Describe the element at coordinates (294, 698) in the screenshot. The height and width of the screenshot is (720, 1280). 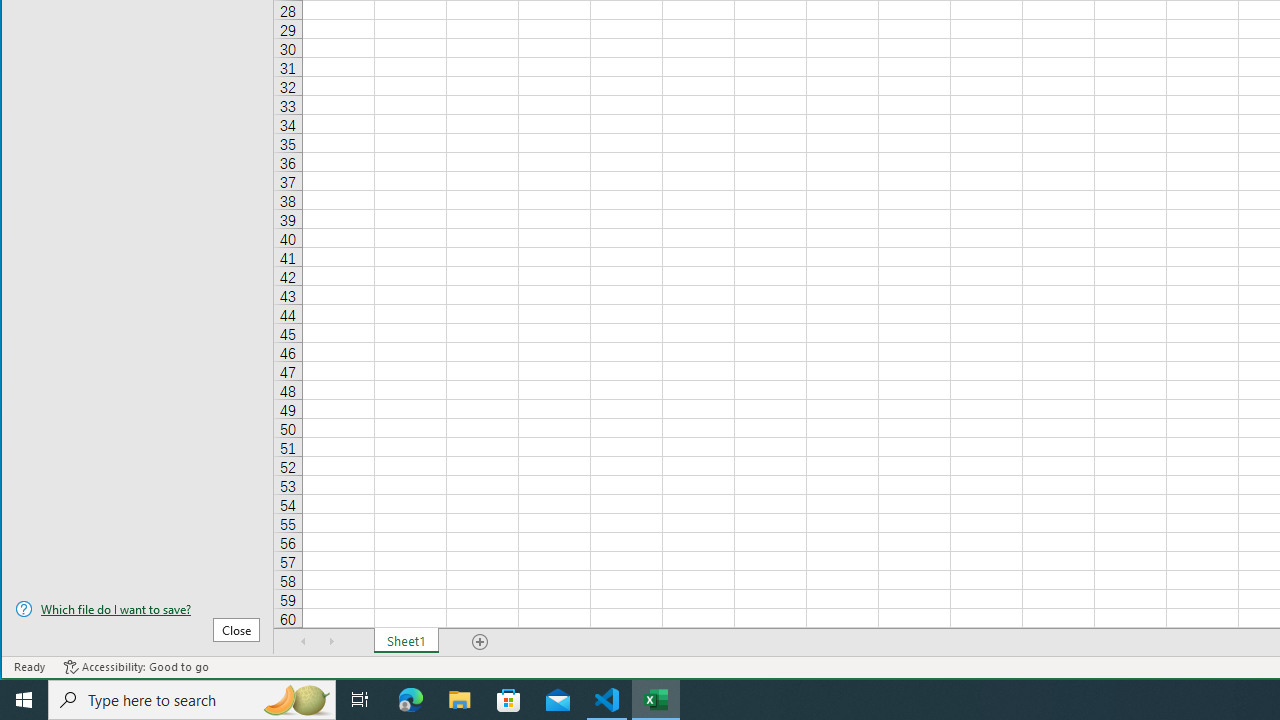
I see `'Search highlights icon opens search home window'` at that location.